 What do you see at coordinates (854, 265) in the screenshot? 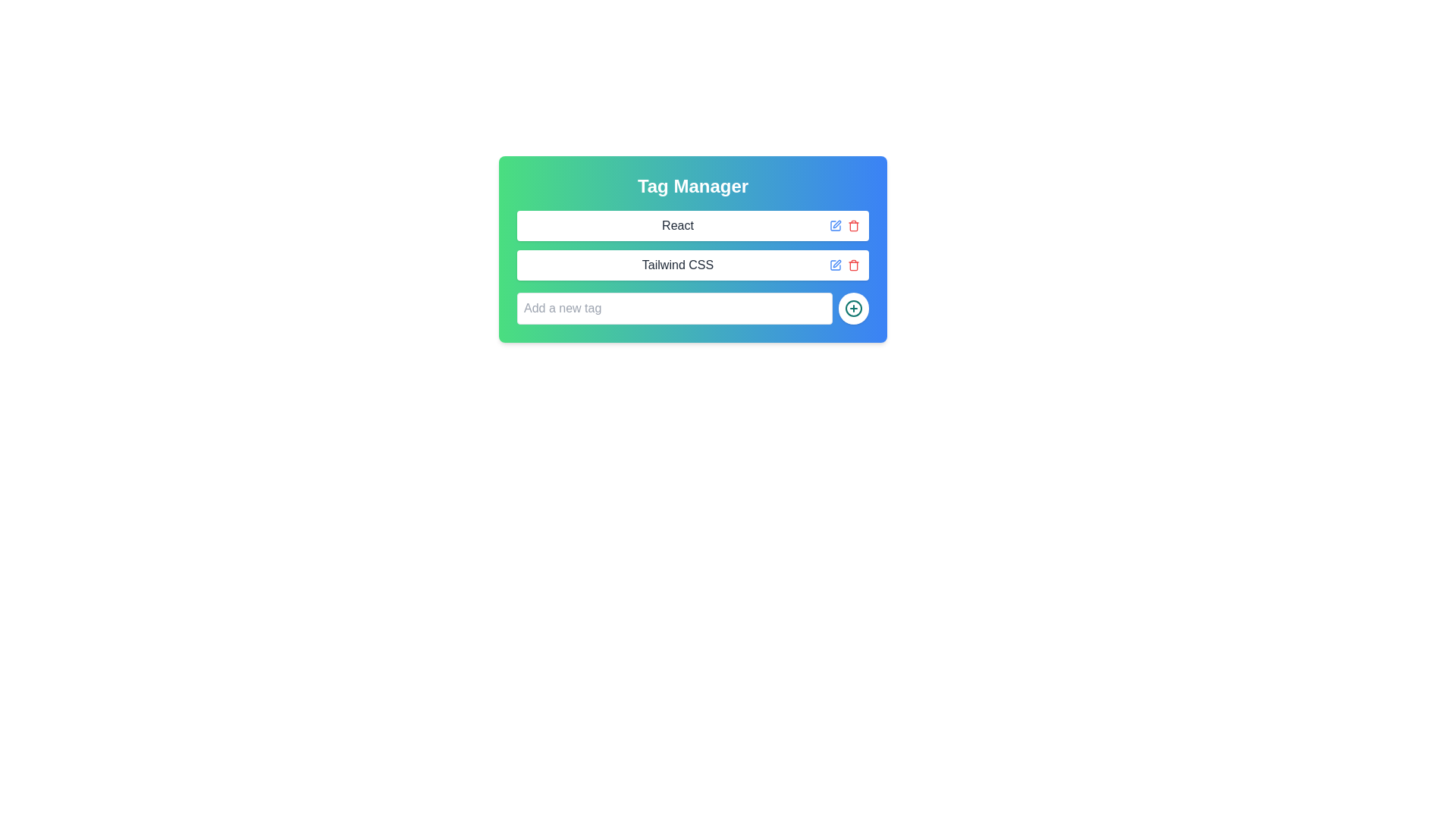
I see `the trash bin icon button` at bounding box center [854, 265].